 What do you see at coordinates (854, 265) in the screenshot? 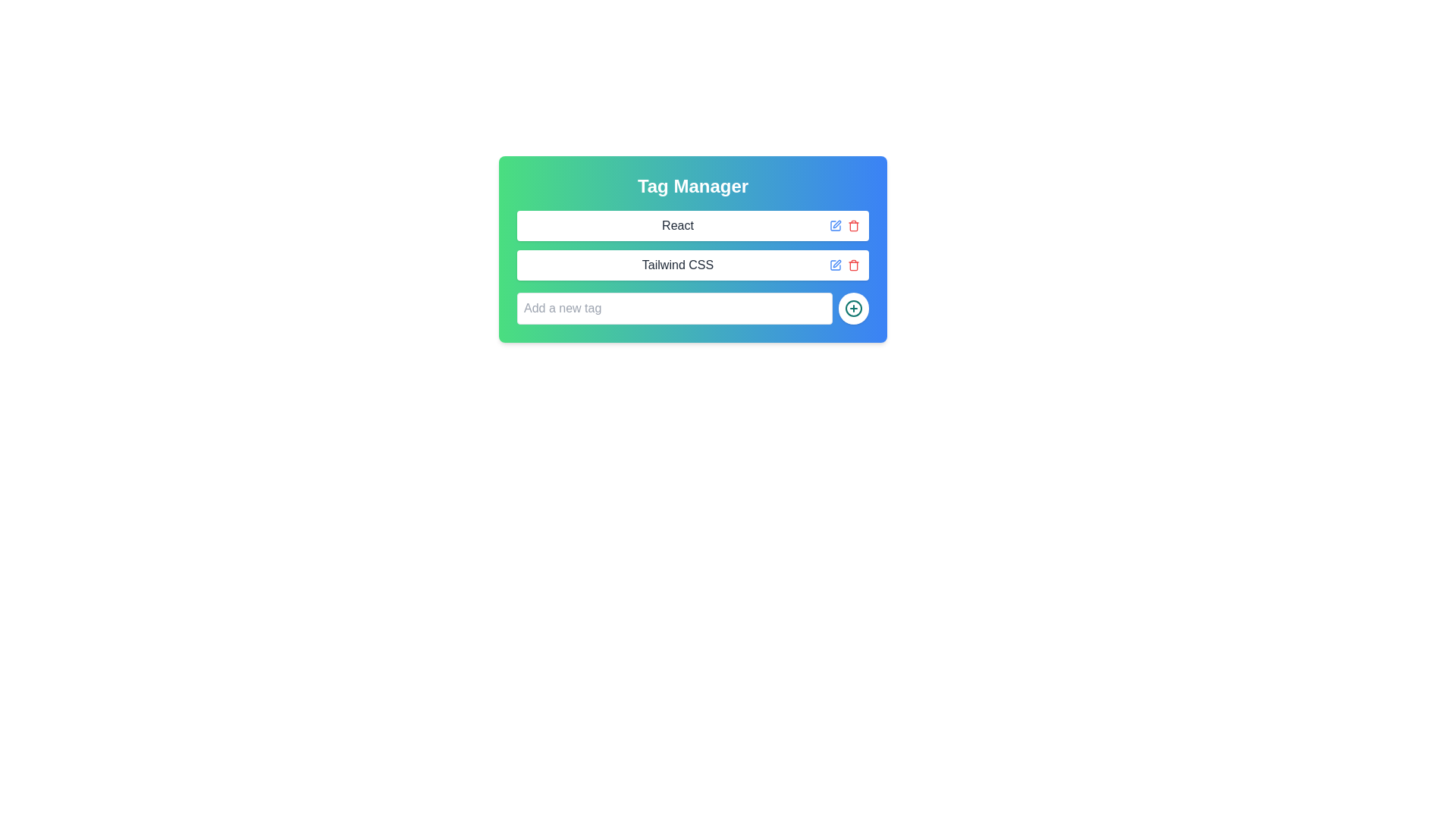
I see `the trash bin icon button` at bounding box center [854, 265].